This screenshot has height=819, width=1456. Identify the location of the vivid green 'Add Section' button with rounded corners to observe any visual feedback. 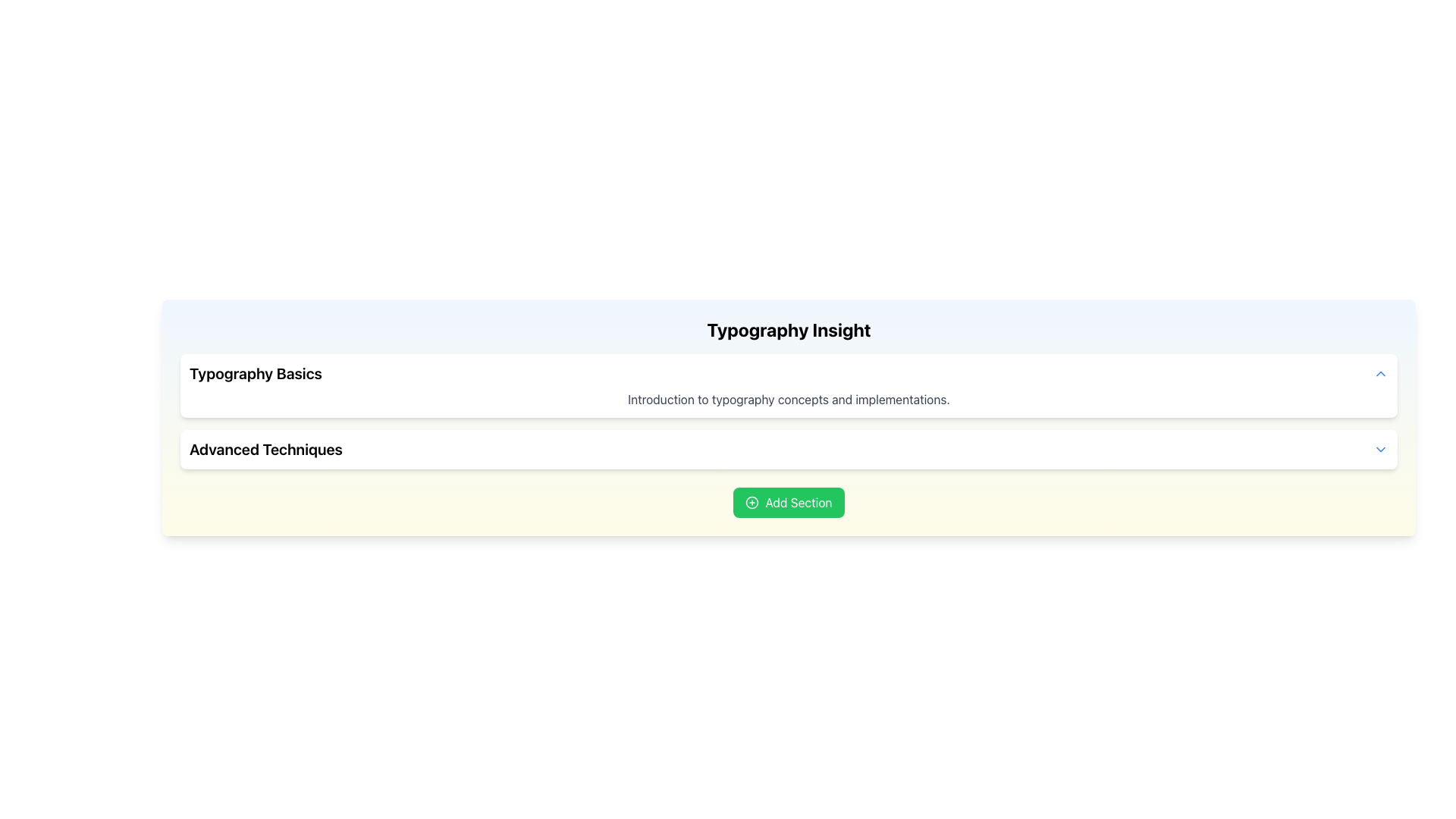
(789, 503).